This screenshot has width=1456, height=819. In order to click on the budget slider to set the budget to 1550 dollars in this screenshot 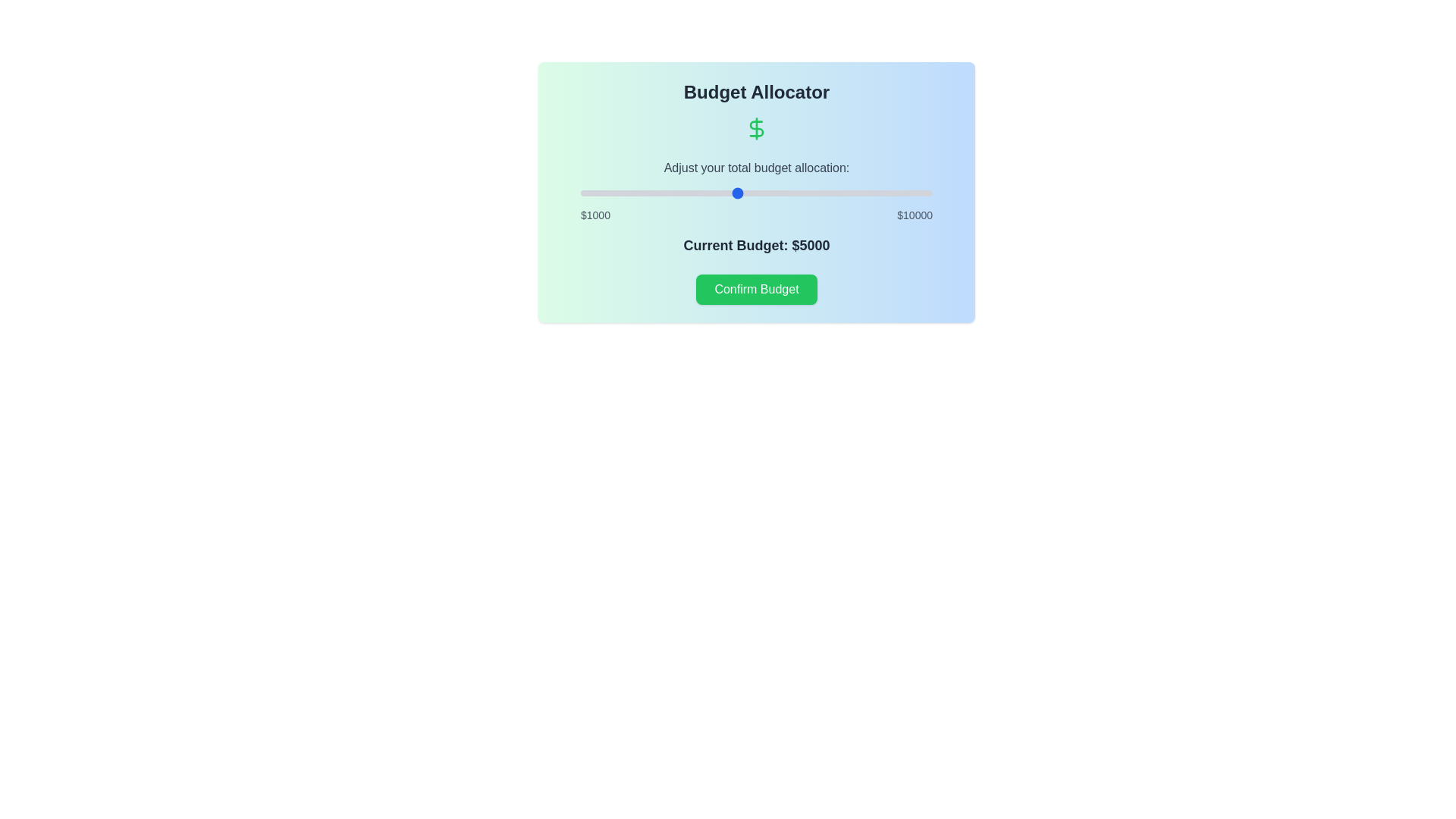, I will do `click(601, 192)`.